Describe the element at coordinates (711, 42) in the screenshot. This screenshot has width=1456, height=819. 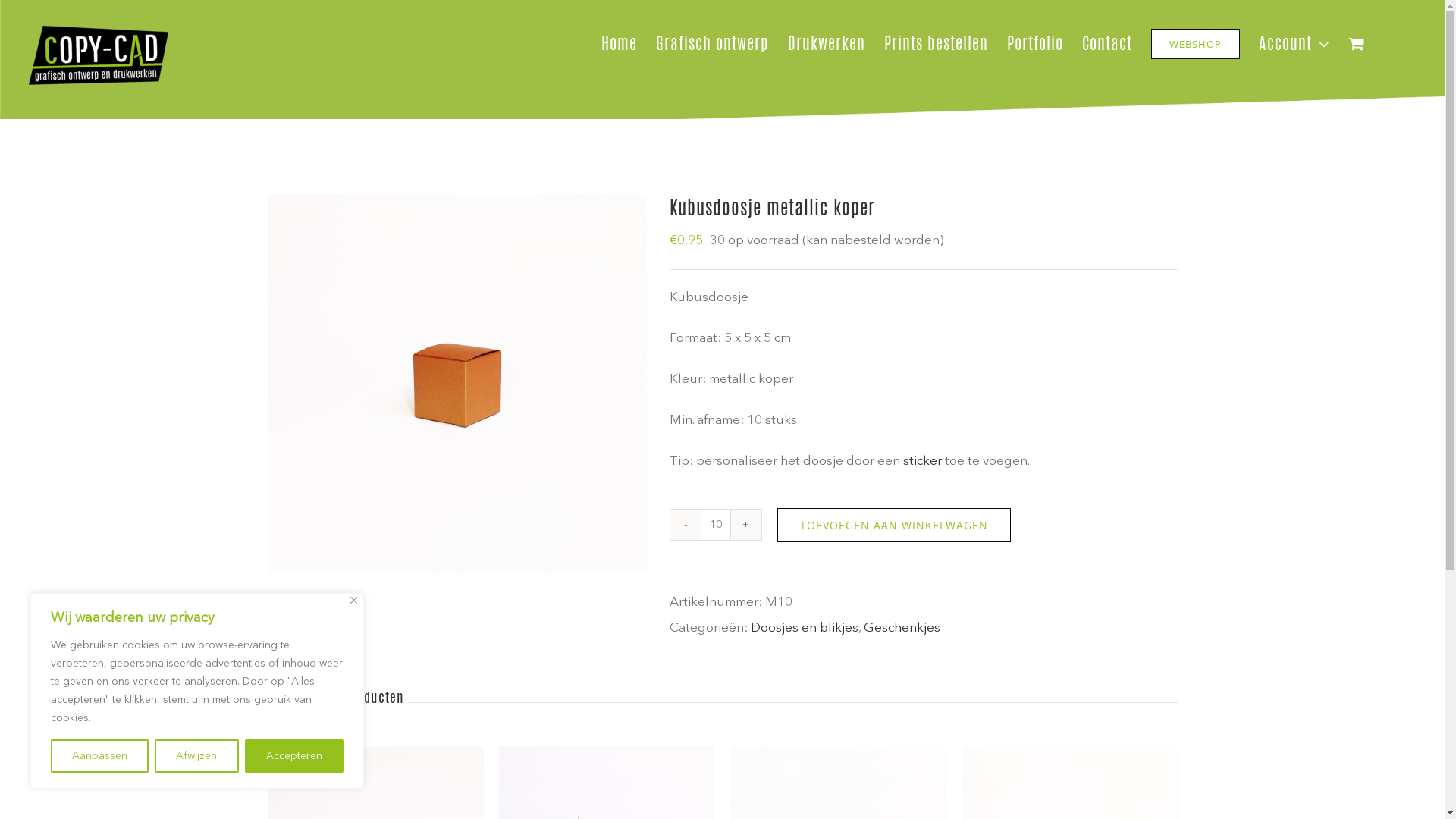
I see `'Grafisch ontwerp'` at that location.